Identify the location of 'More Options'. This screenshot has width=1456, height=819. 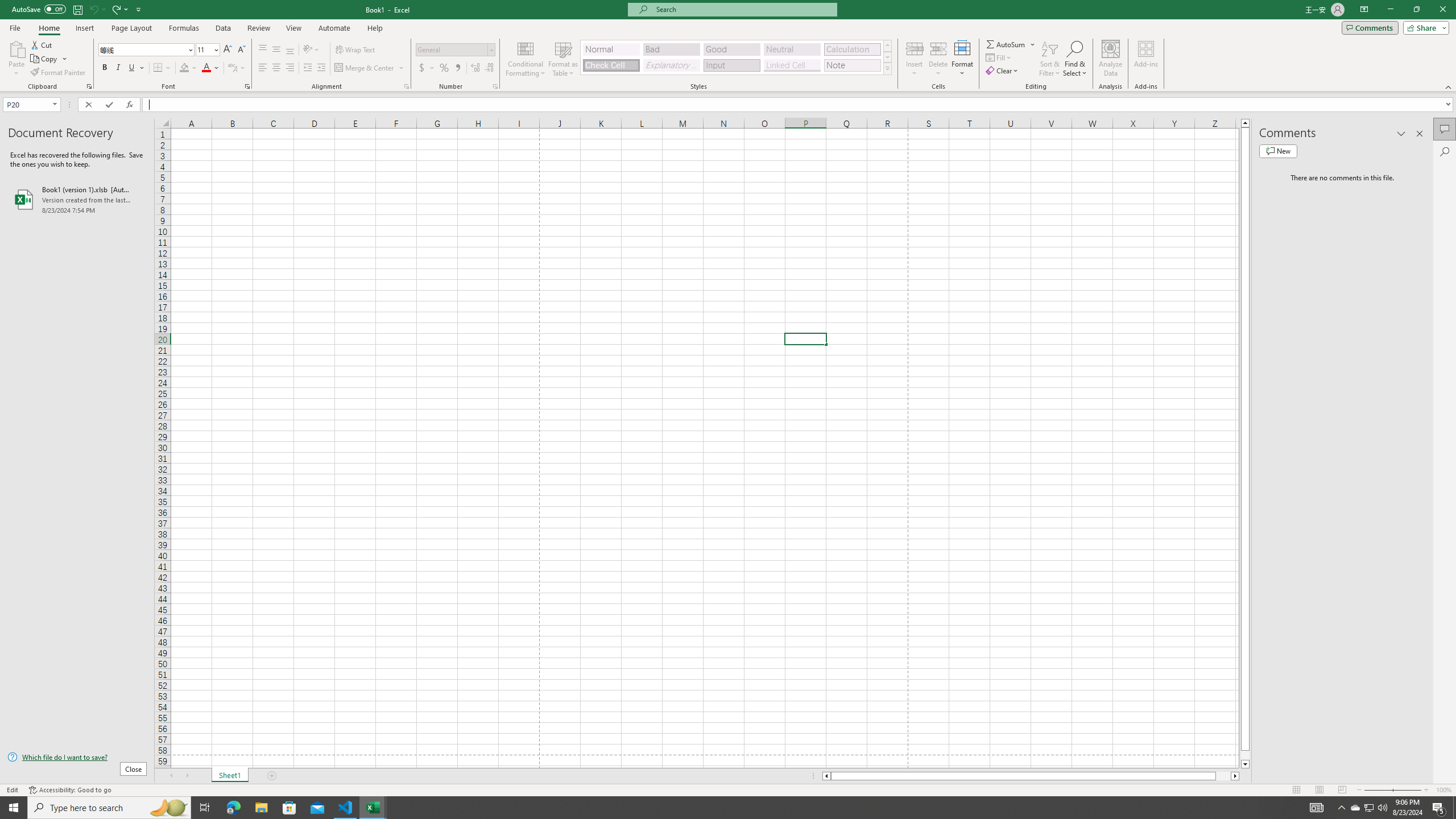
(1033, 44).